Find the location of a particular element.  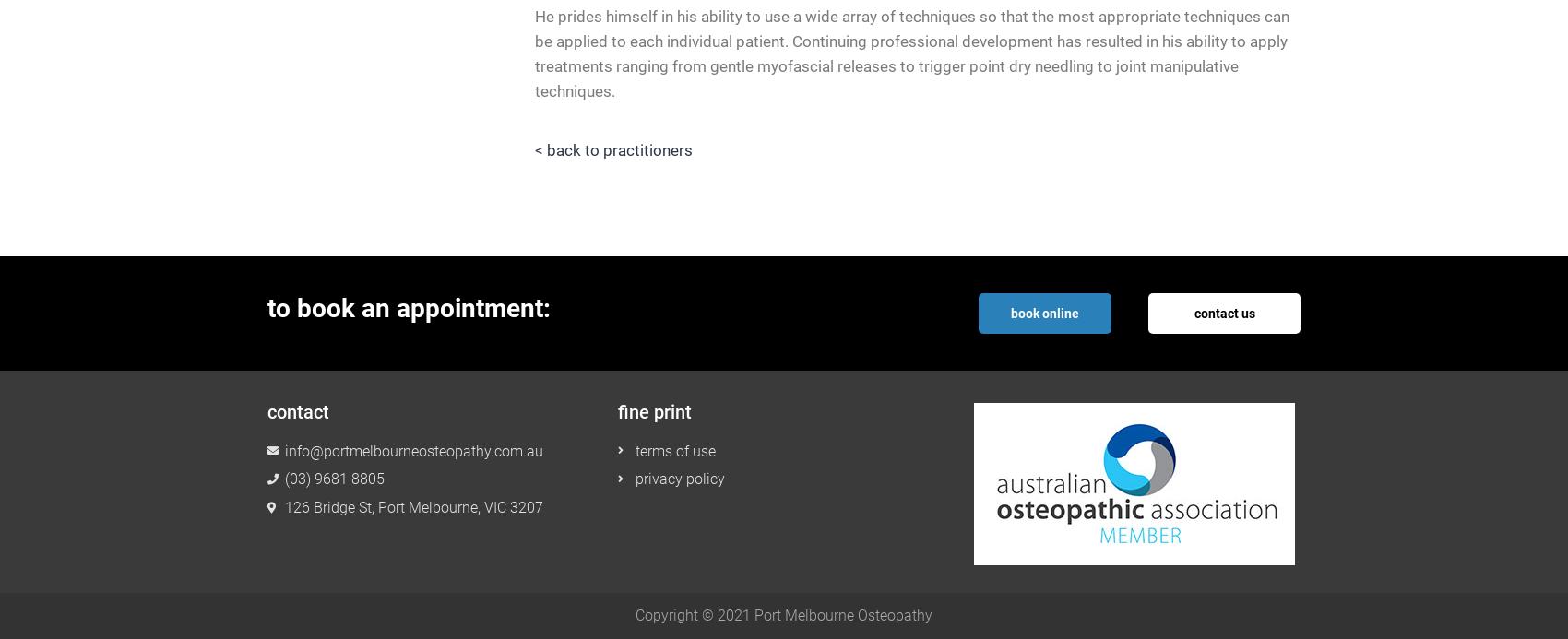

'contact us' is located at coordinates (1224, 313).